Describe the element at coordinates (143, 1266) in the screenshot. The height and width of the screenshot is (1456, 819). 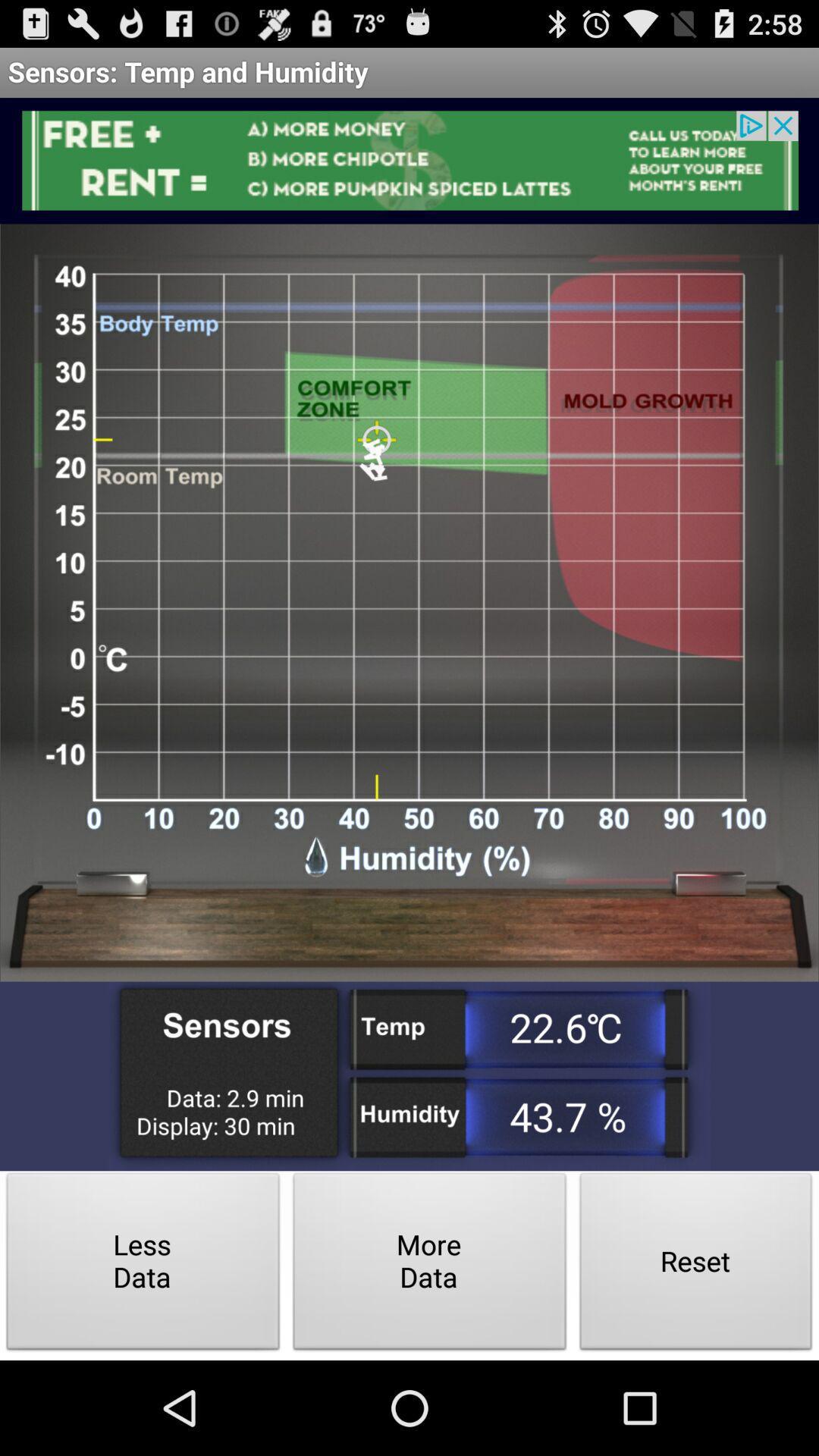
I see `the icon to the left of the more` at that location.